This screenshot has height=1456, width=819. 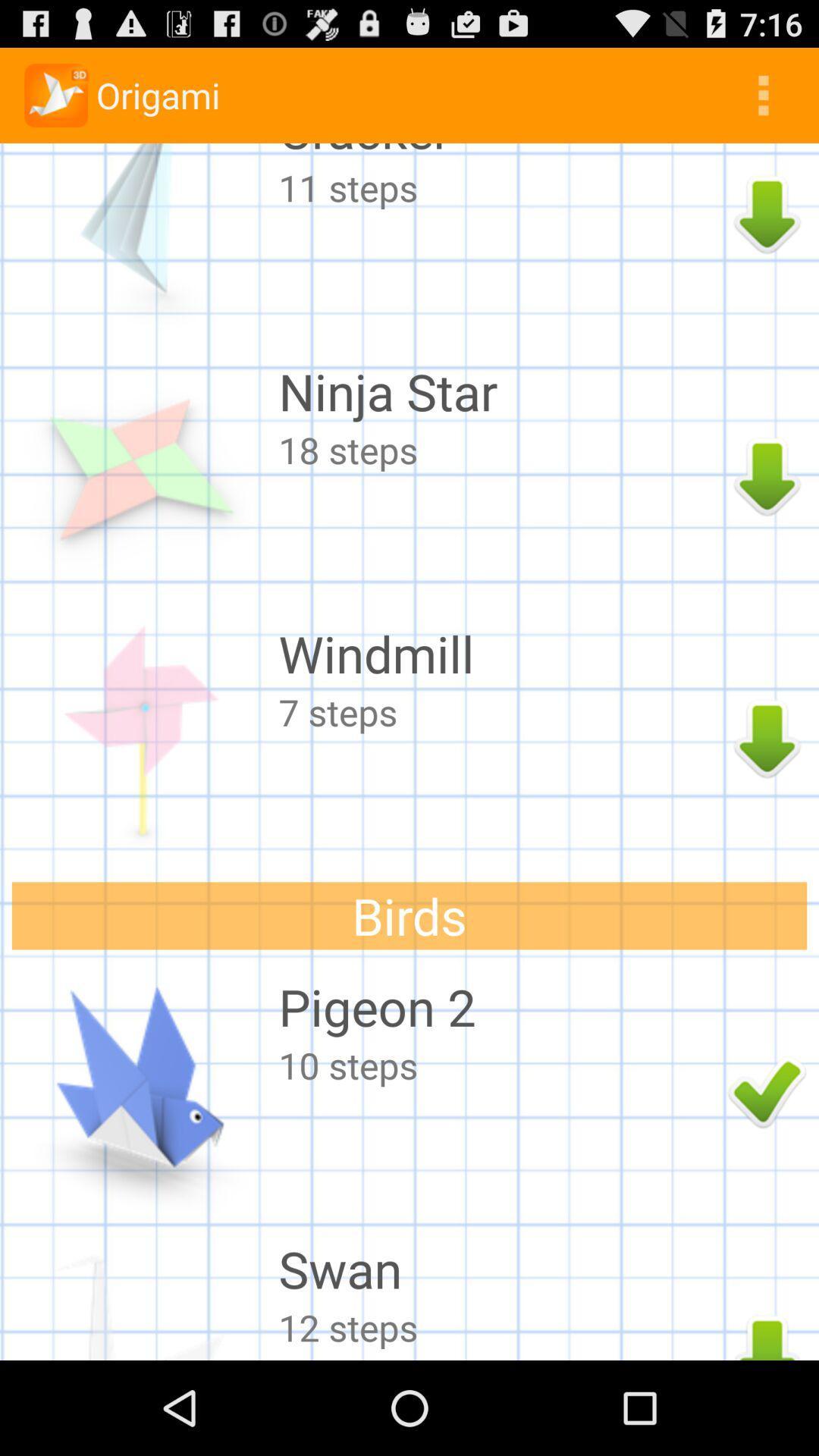 I want to click on 12 steps app, so click(x=499, y=1326).